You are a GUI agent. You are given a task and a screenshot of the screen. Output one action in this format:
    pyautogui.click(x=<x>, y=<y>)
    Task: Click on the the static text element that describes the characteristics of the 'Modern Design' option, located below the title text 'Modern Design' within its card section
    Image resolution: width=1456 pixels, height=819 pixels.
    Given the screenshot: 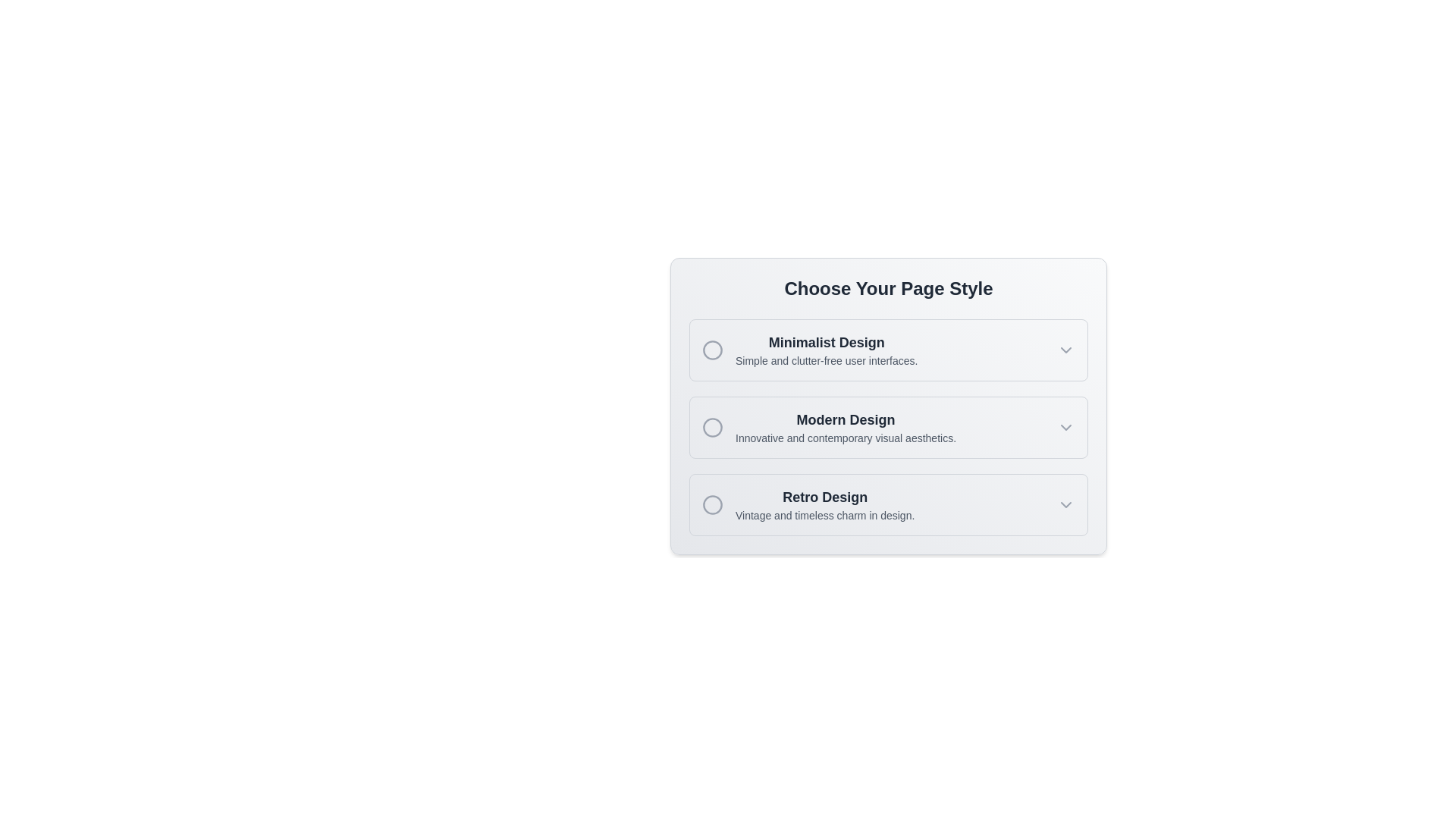 What is the action you would take?
    pyautogui.click(x=845, y=438)
    